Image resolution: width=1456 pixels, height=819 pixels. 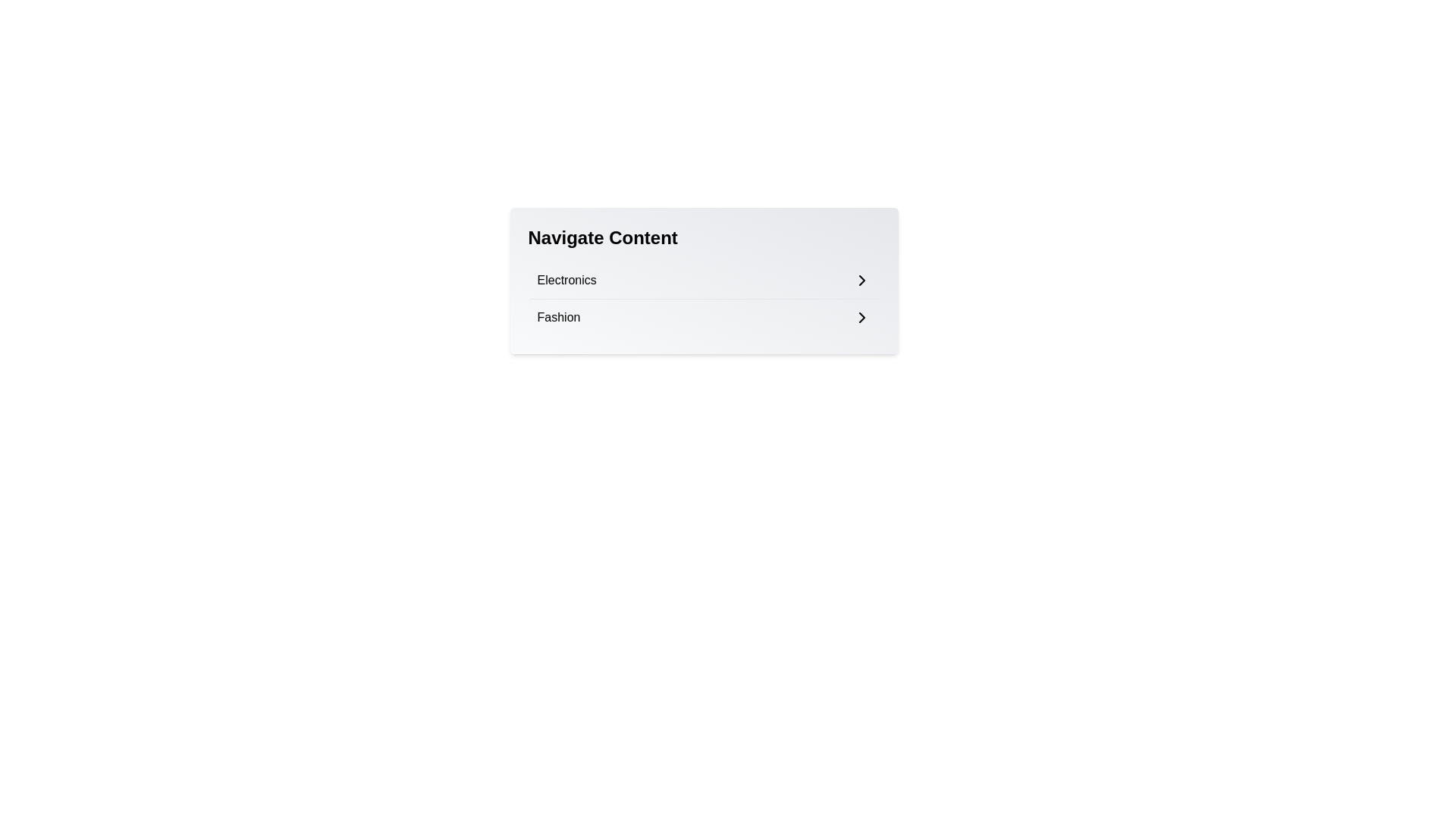 I want to click on the right-pointing chevron icon located at the far-right end of the 'Electronics' row in the 'Navigate Content' section, so click(x=861, y=281).